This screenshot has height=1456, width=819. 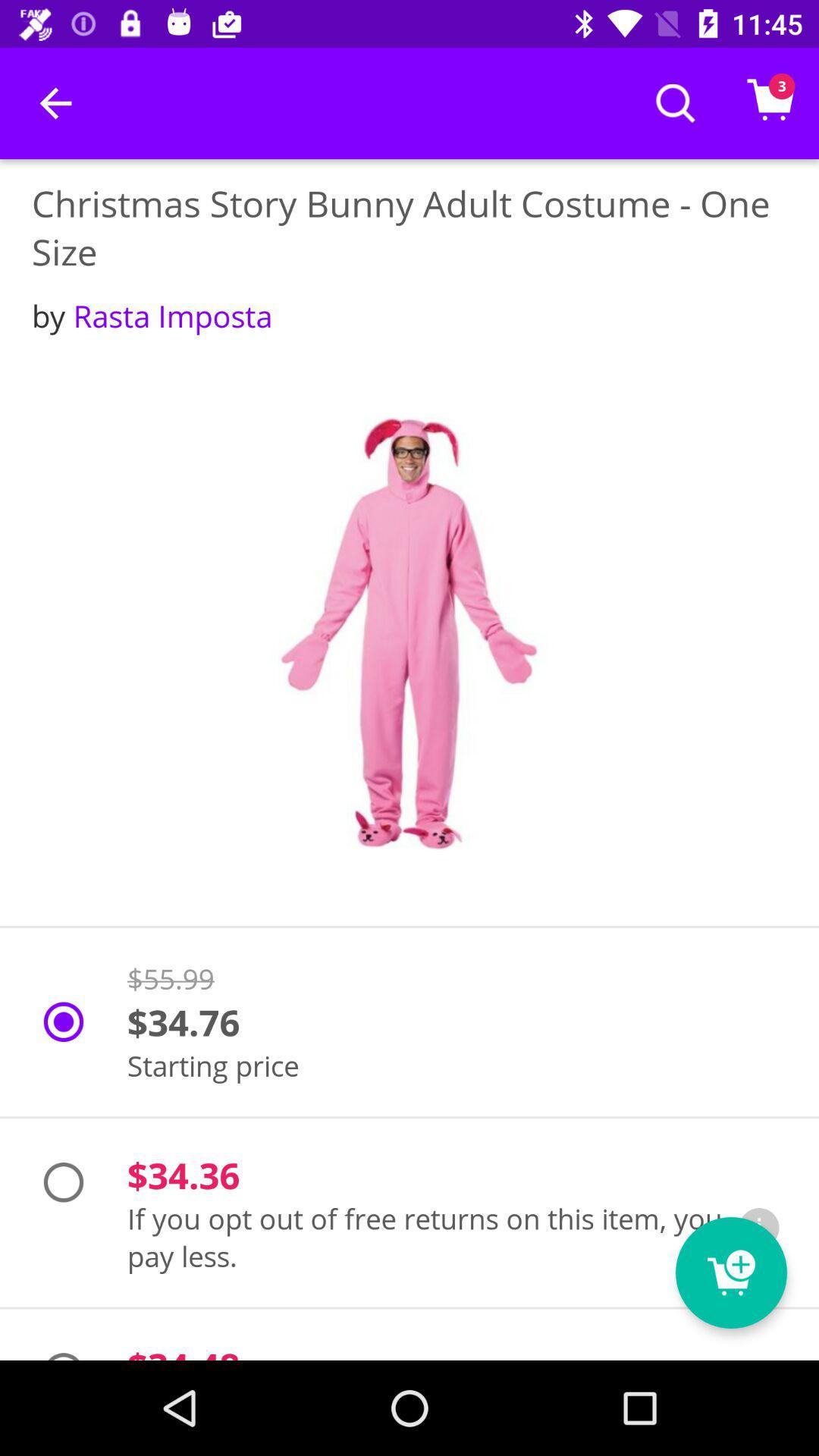 What do you see at coordinates (152, 315) in the screenshot?
I see `by rasta imposta item` at bounding box center [152, 315].